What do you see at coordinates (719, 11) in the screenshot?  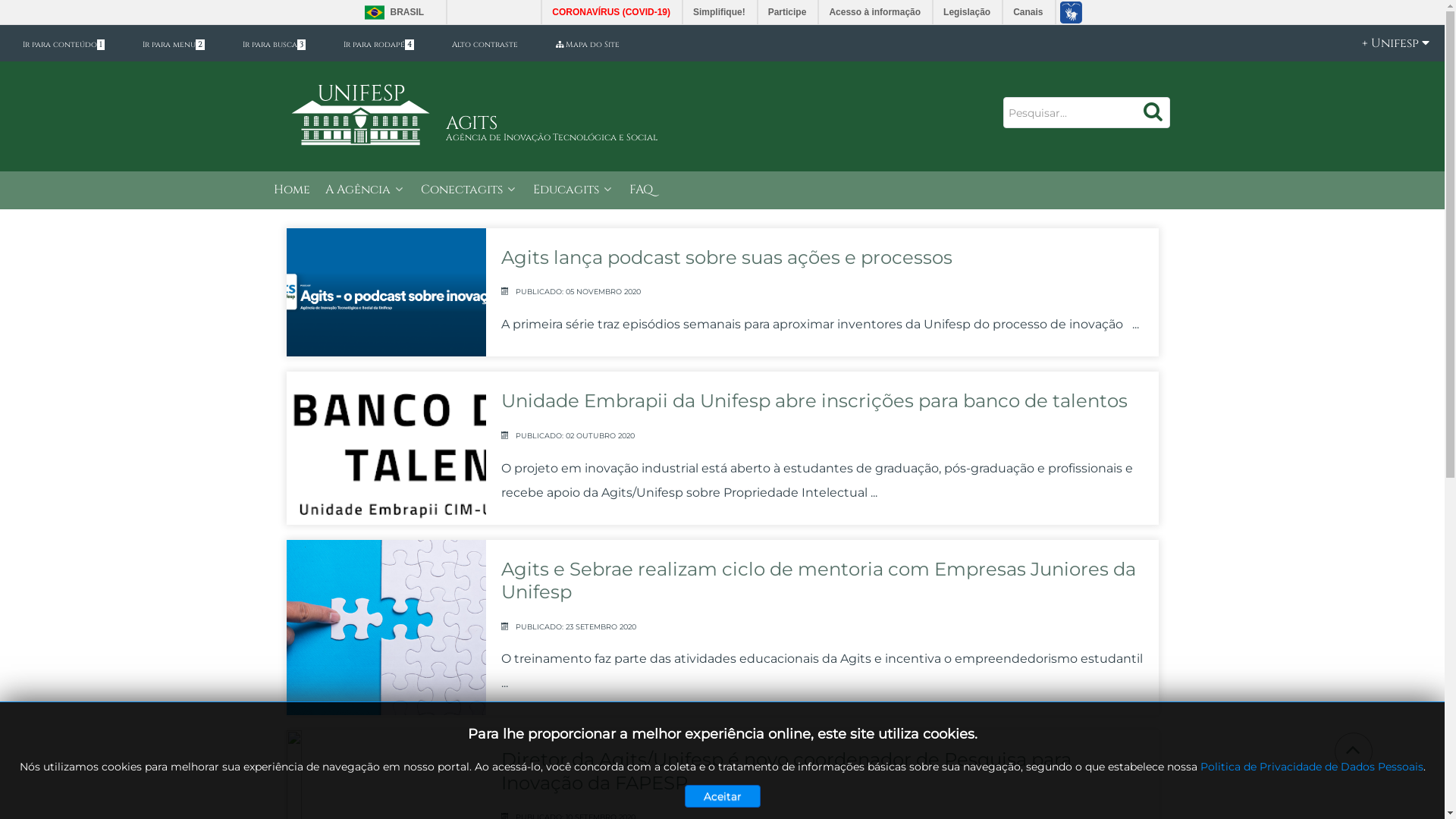 I see `'Simplifique!'` at bounding box center [719, 11].